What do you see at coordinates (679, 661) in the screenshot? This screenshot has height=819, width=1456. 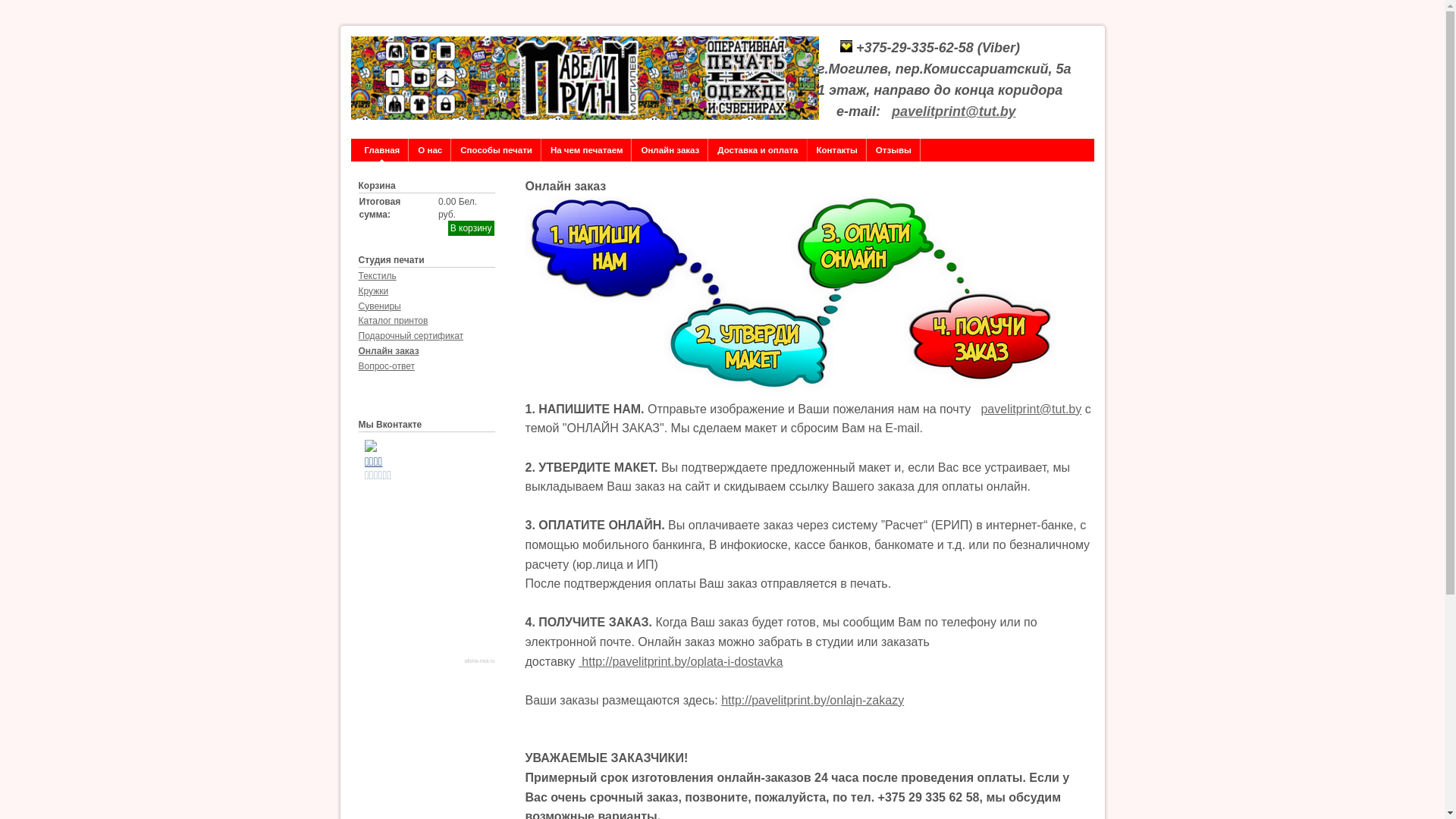 I see `' http://pavelitprint.by/oplata-i-dostavka'` at bounding box center [679, 661].